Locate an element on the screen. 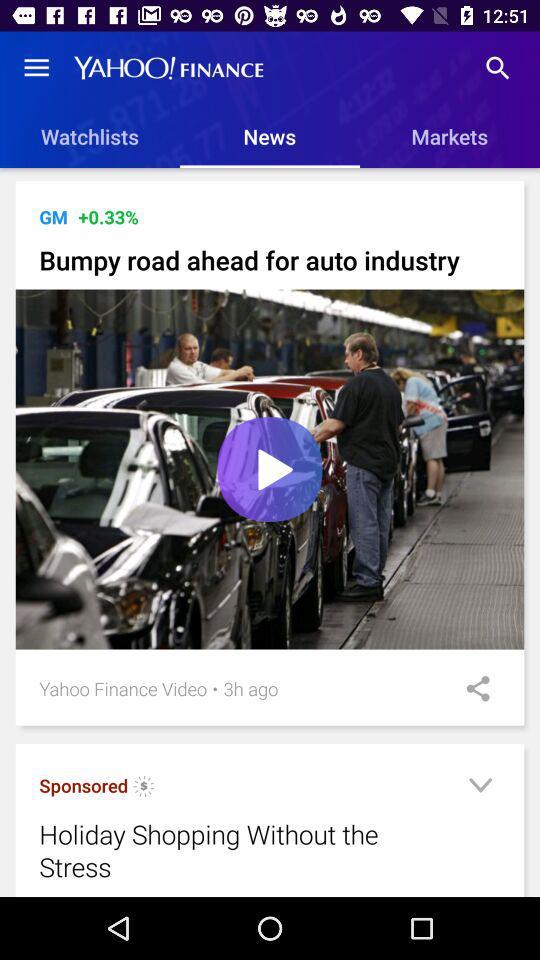 The width and height of the screenshot is (540, 960). the item above the holiday shopping without icon is located at coordinates (143, 789).